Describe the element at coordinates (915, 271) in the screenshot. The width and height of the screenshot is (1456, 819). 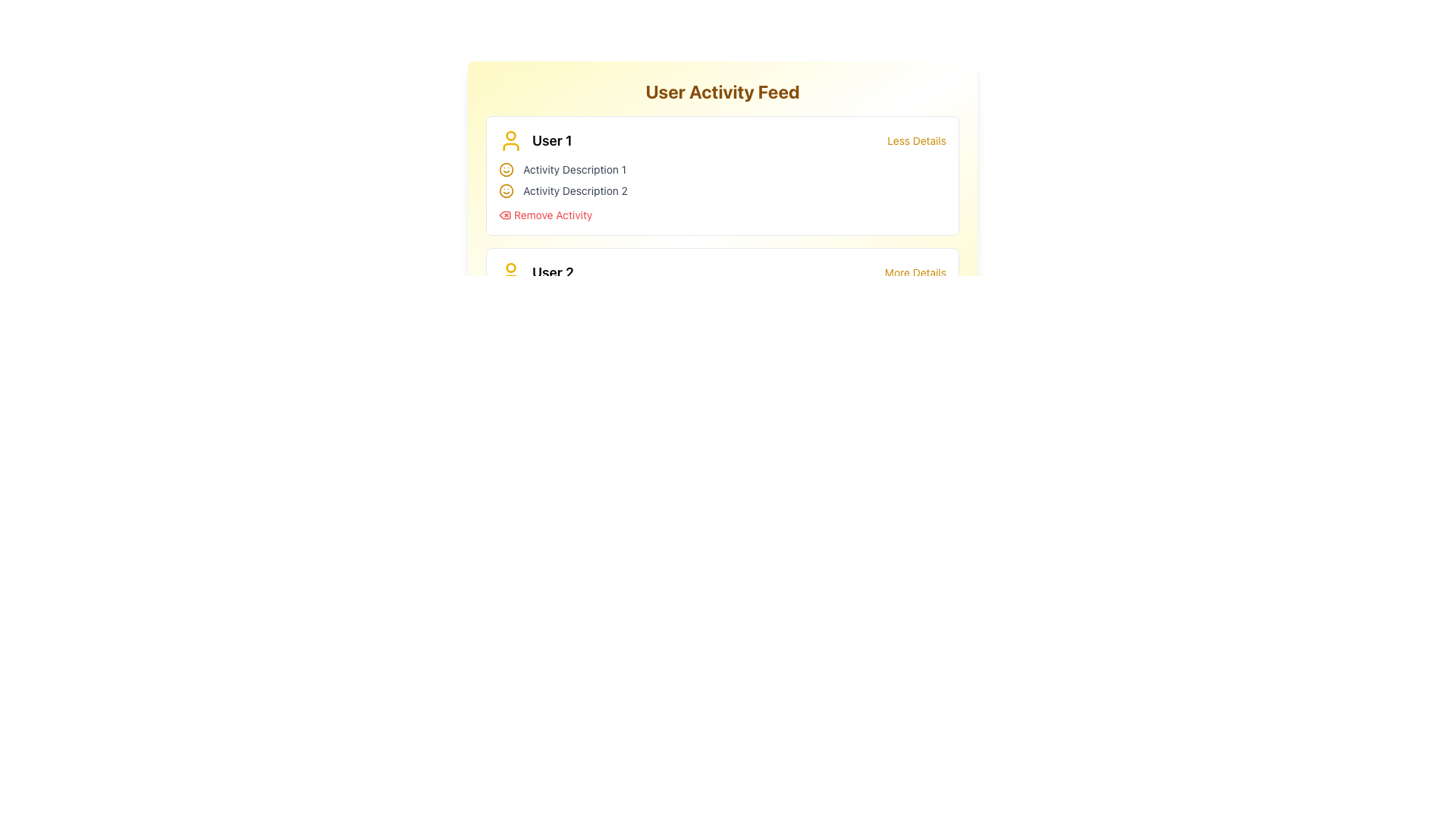
I see `the navigational hyperlink located at the top-right of the 'User 2' section` at that location.